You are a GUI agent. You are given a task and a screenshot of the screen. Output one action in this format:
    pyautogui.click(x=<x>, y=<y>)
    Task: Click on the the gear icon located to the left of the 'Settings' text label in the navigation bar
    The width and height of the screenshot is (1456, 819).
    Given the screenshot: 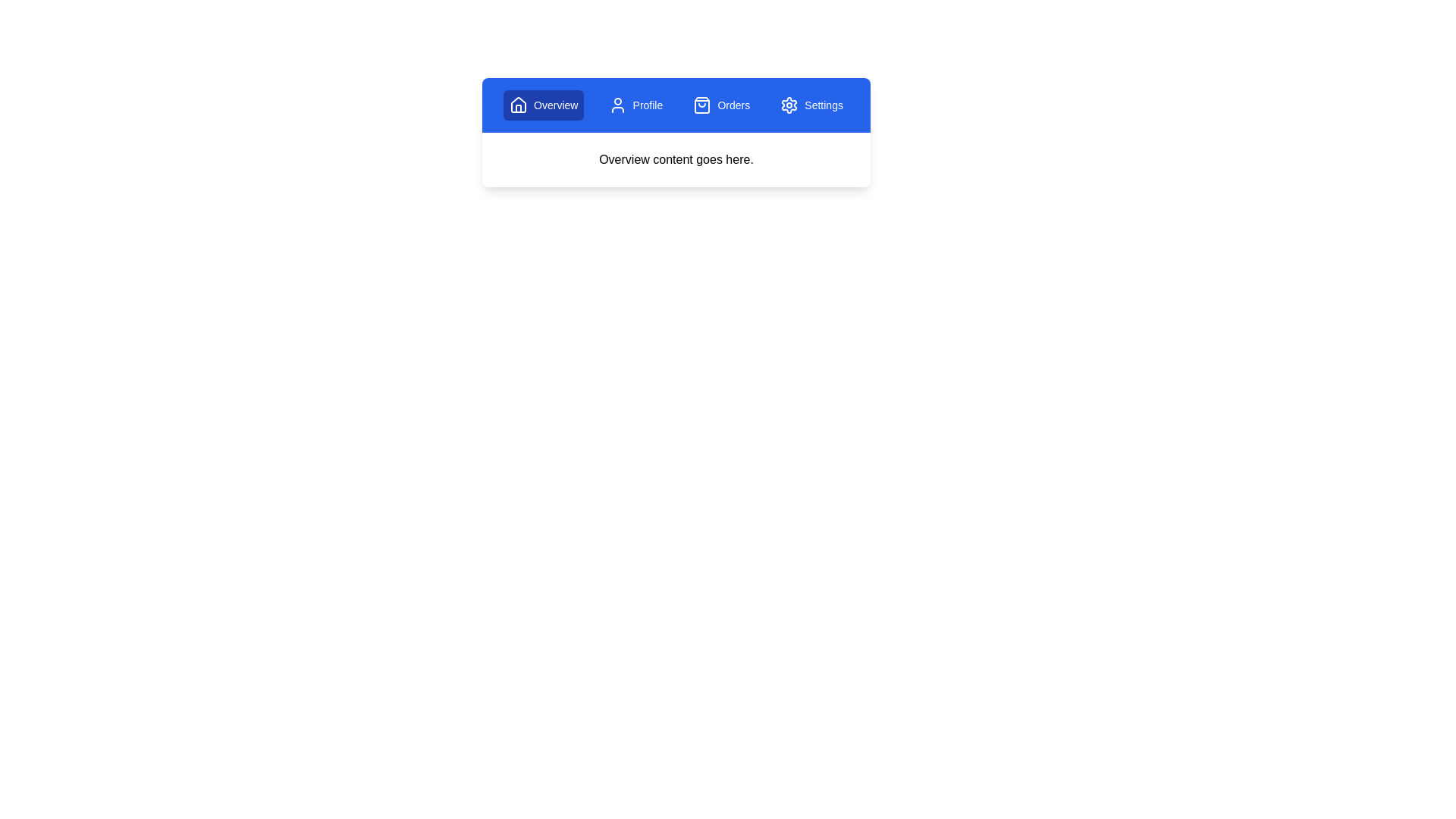 What is the action you would take?
    pyautogui.click(x=789, y=104)
    